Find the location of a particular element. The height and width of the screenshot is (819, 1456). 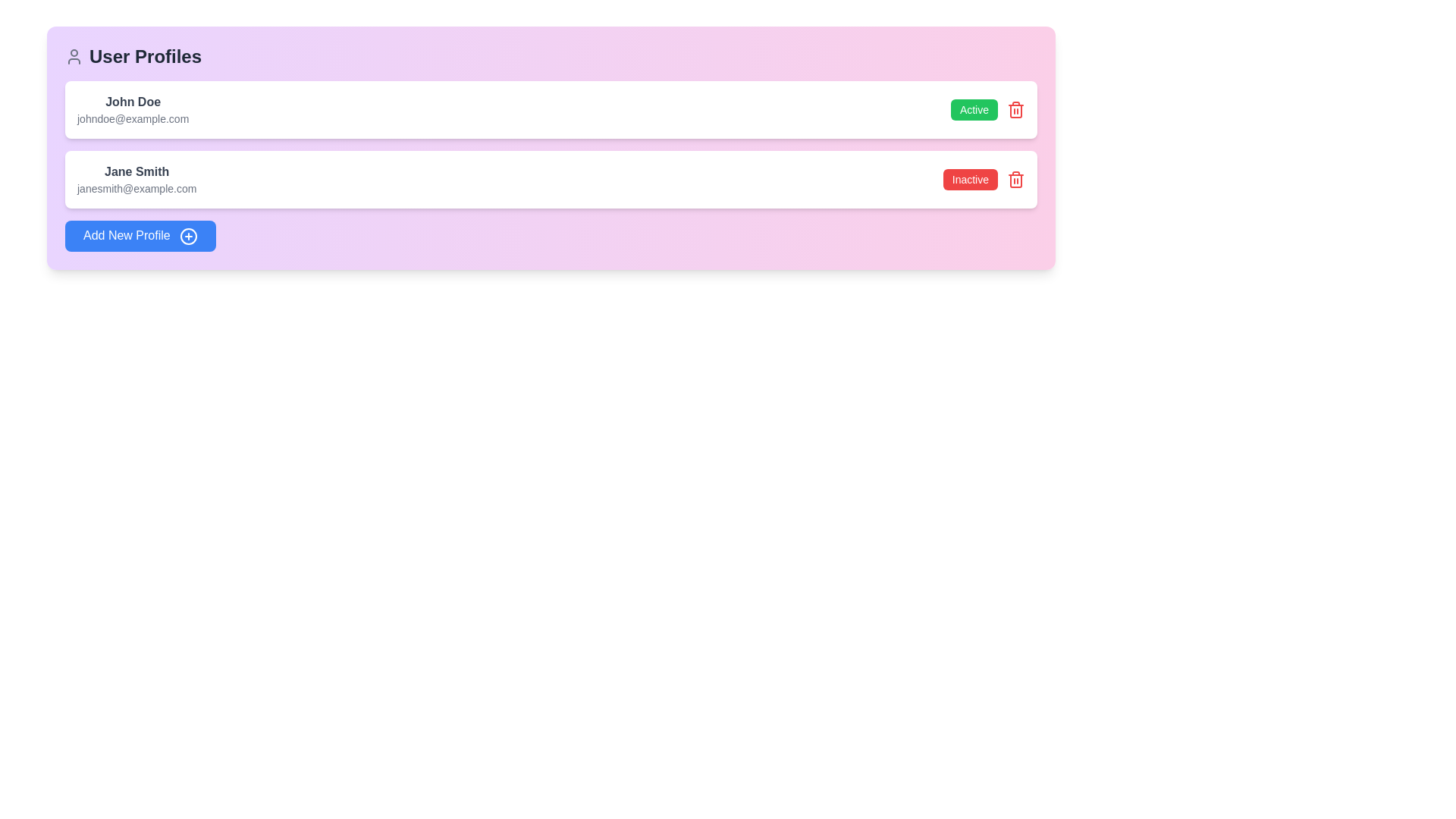

the user profile SVG icon located in the header section to the left of the 'User Profiles' title is located at coordinates (73, 55).